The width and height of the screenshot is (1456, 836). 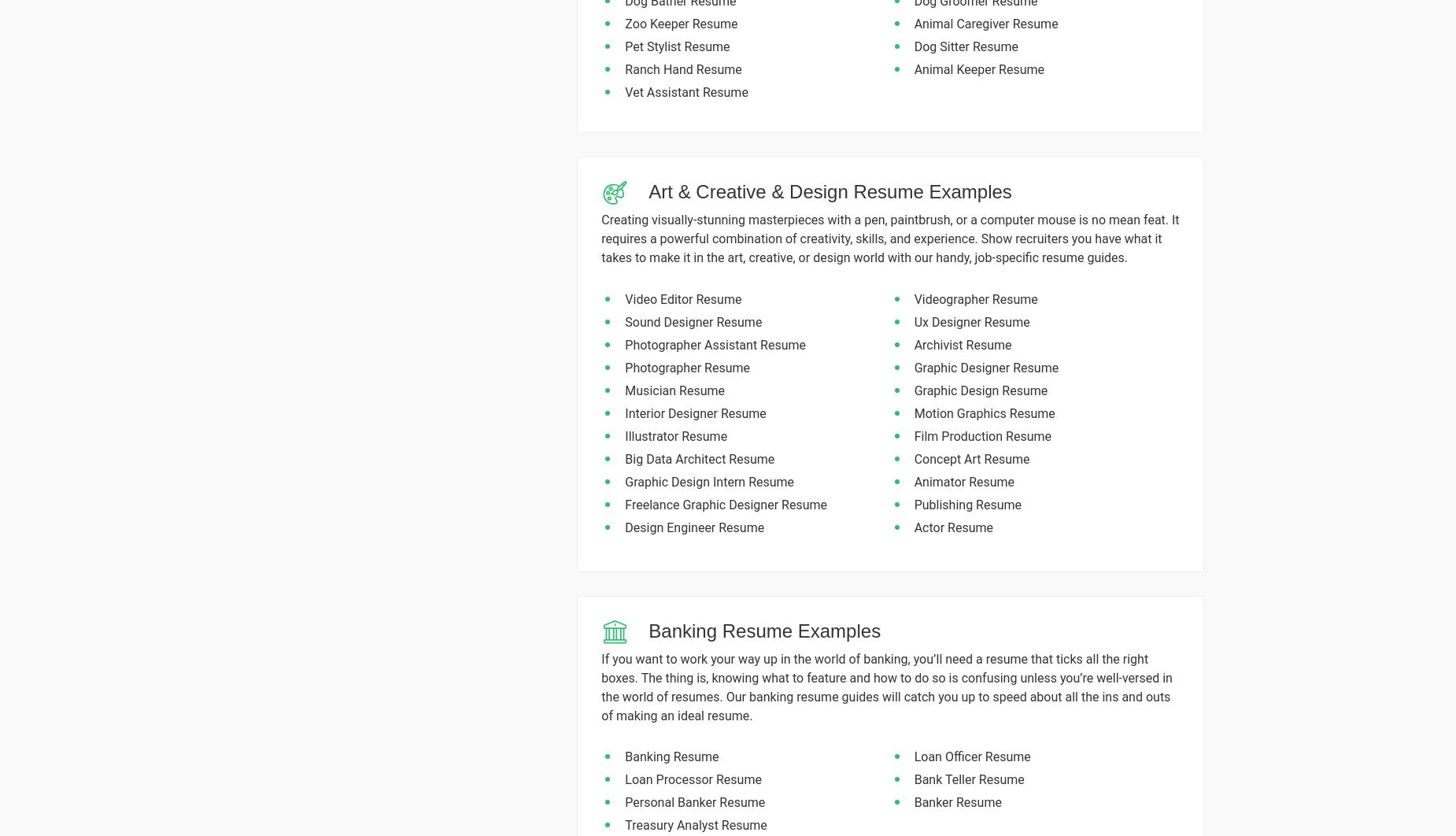 I want to click on 'Actor Resume', so click(x=952, y=527).